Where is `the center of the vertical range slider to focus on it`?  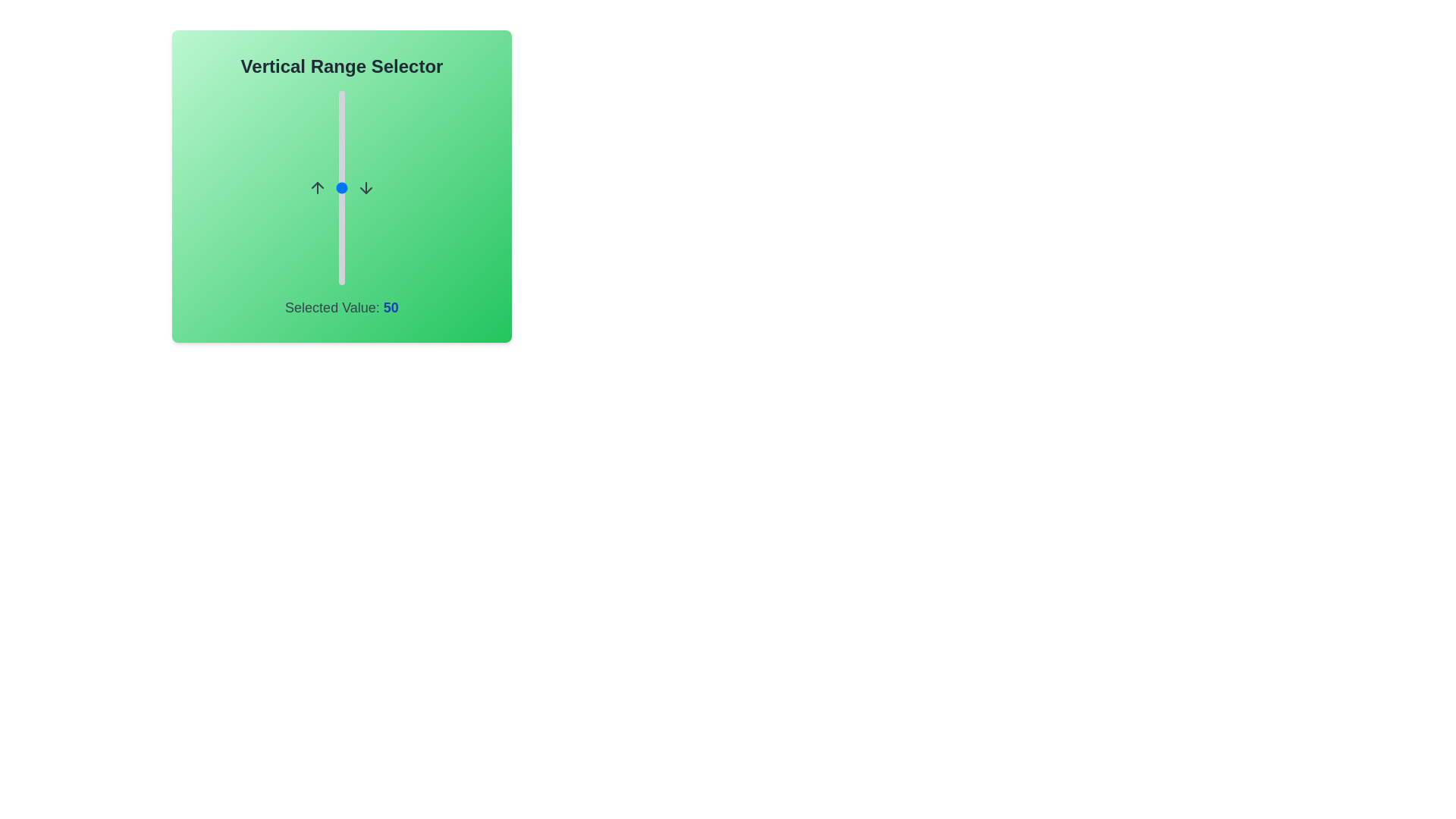
the center of the vertical range slider to focus on it is located at coordinates (341, 187).